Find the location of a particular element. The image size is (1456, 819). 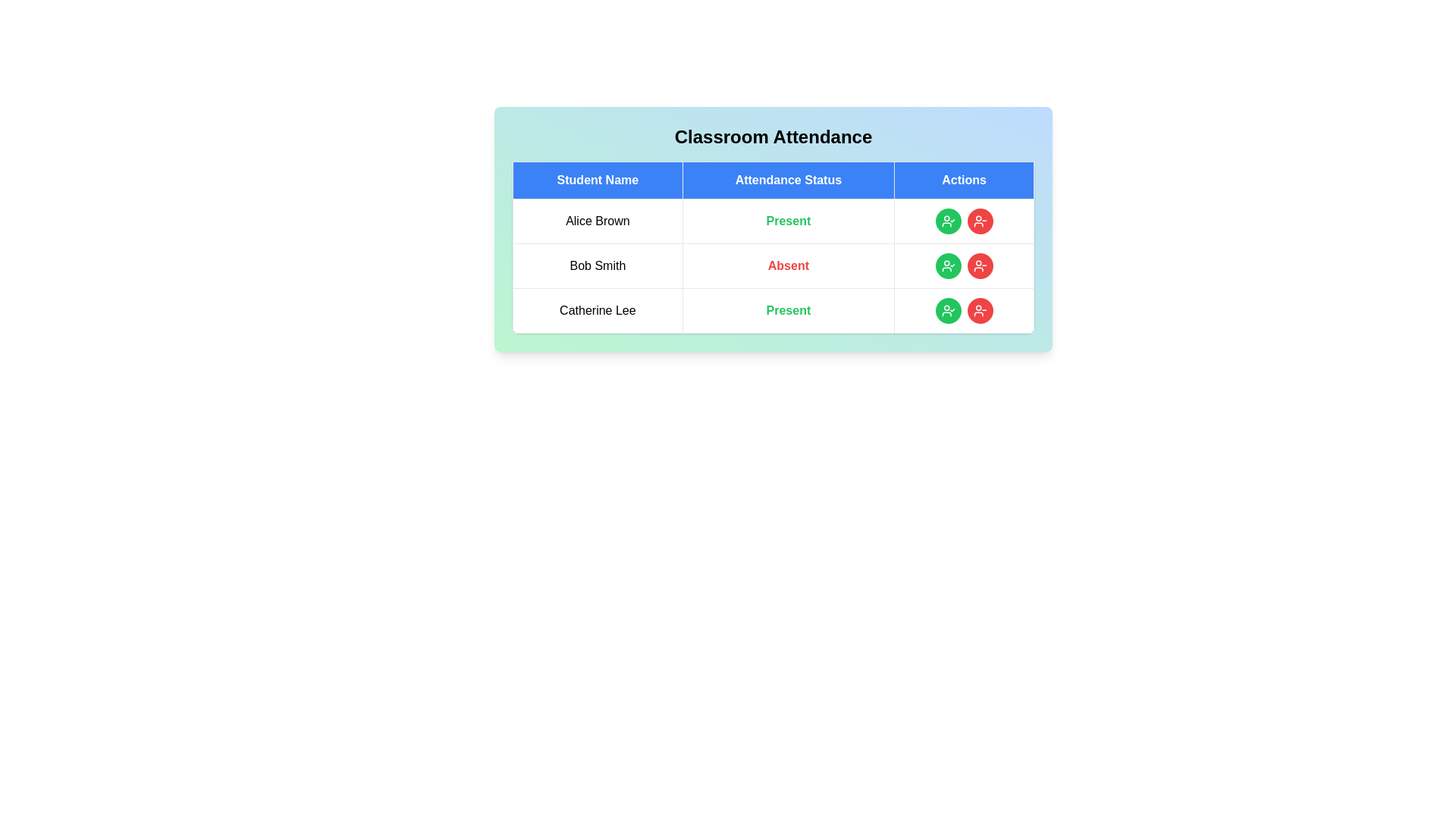

'Mark Present' button for the student identified by Alice Brown is located at coordinates (947, 221).